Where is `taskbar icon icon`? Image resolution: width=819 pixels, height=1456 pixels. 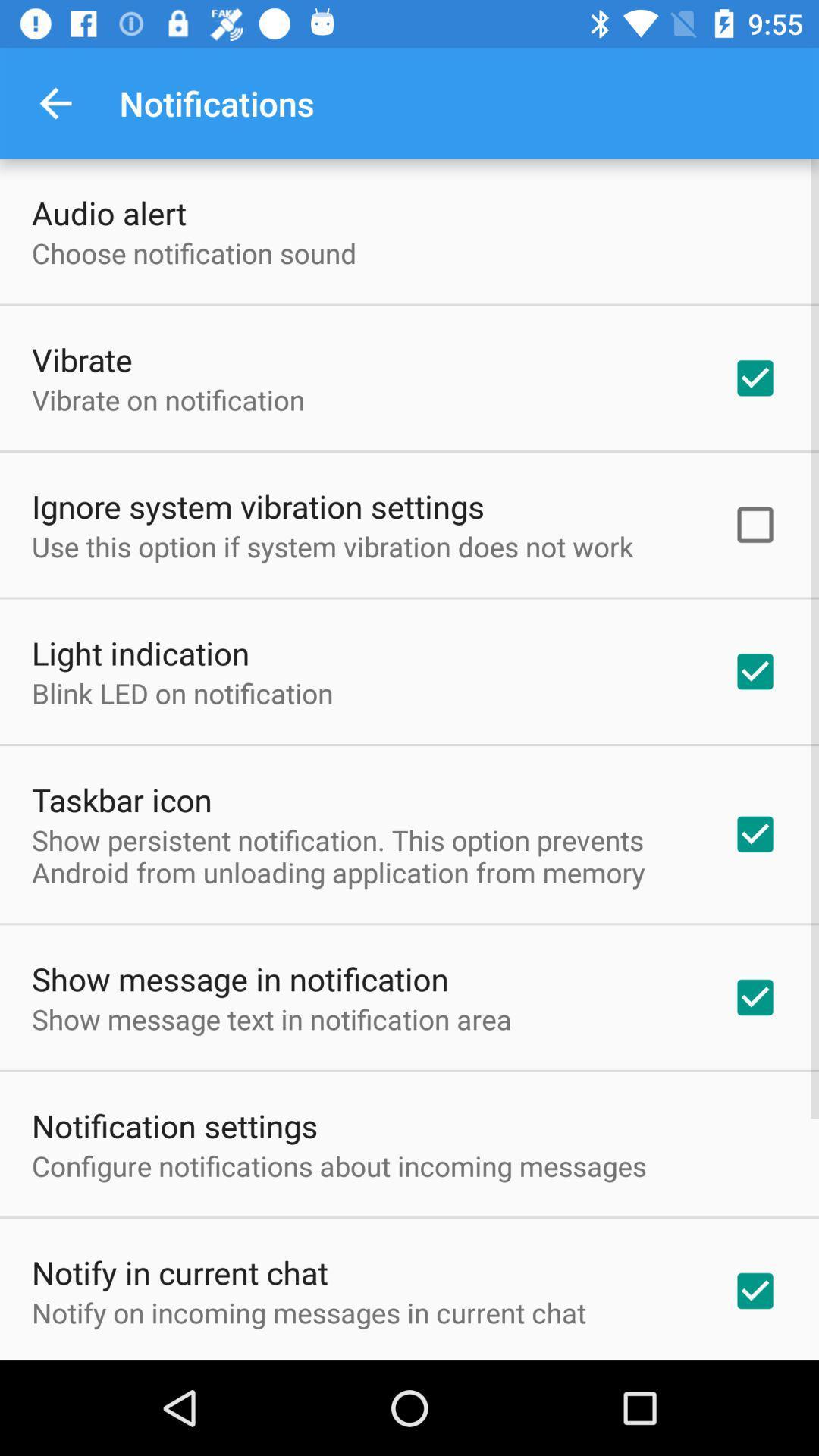 taskbar icon icon is located at coordinates (121, 799).